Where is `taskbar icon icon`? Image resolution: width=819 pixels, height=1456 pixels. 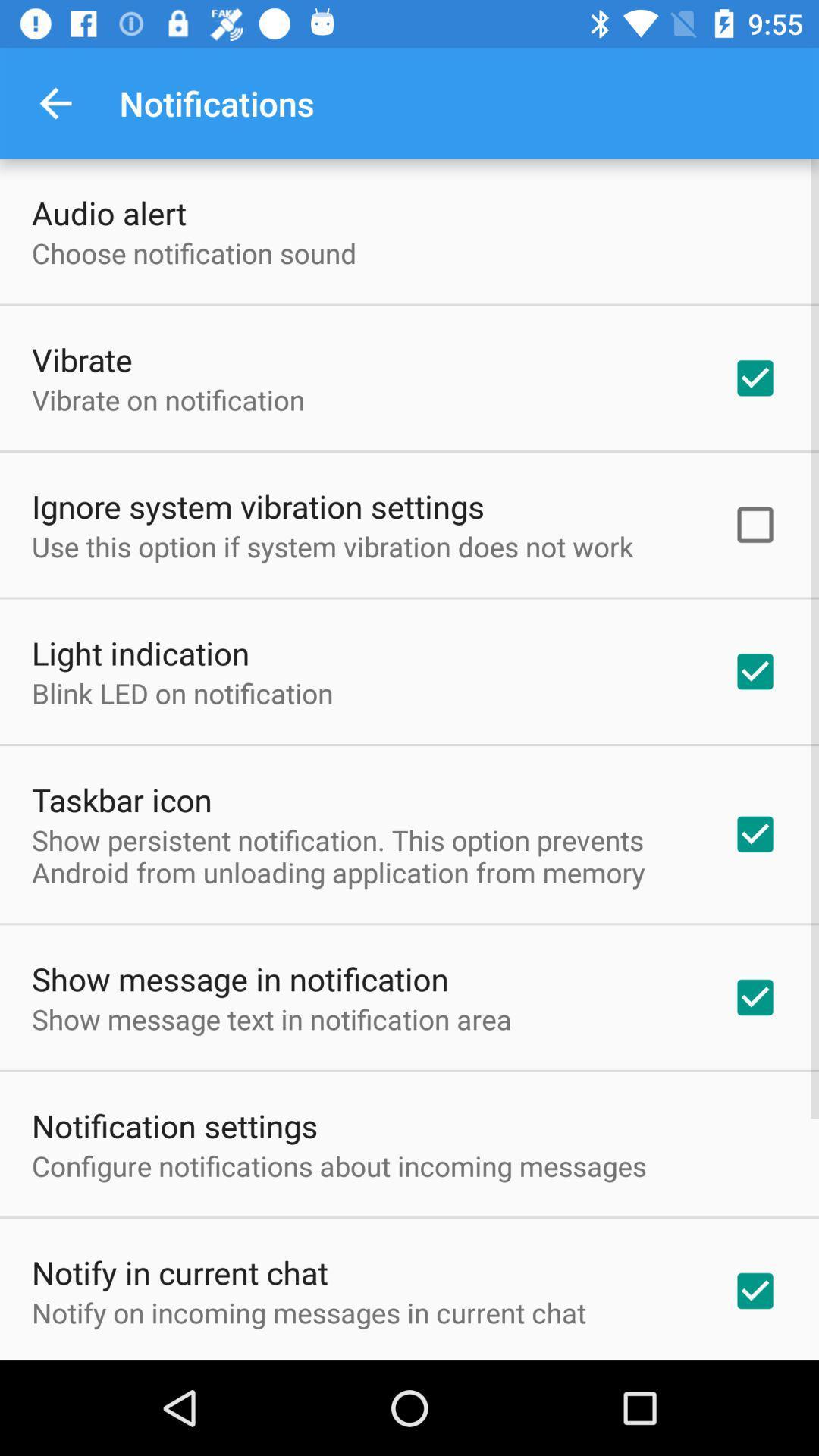 taskbar icon icon is located at coordinates (121, 799).